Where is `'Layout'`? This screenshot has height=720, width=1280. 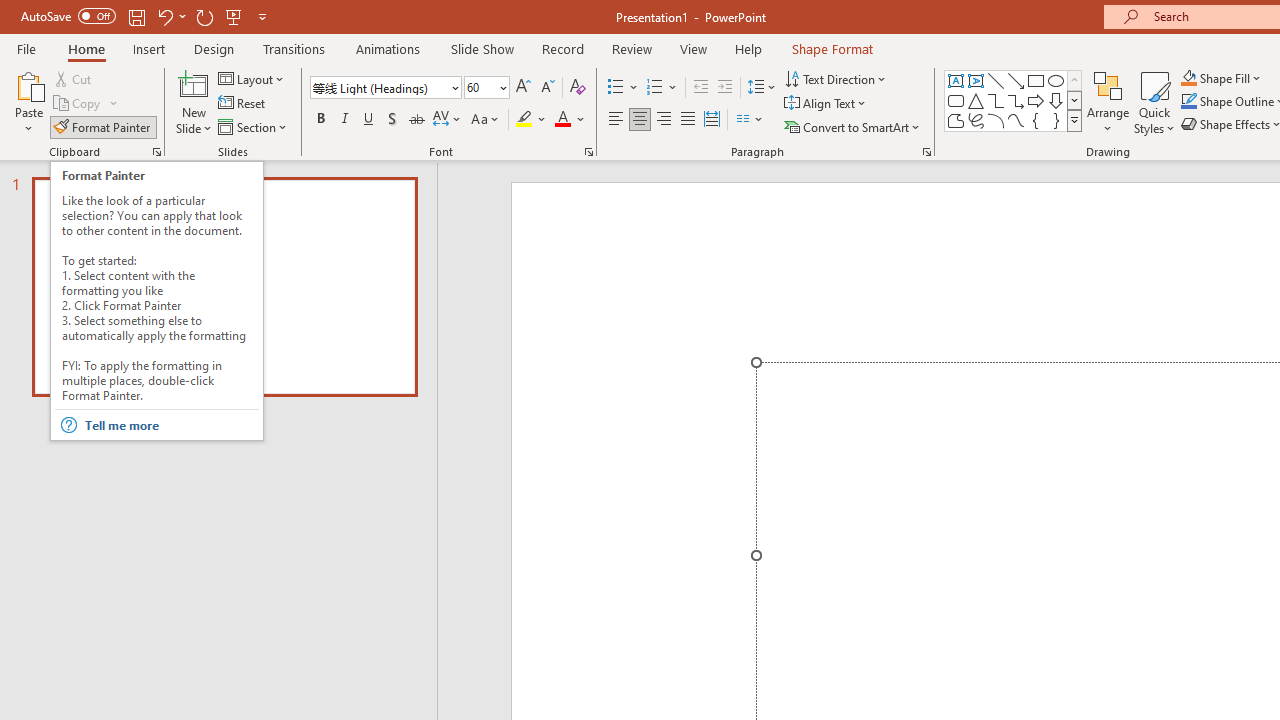 'Layout' is located at coordinates (251, 78).